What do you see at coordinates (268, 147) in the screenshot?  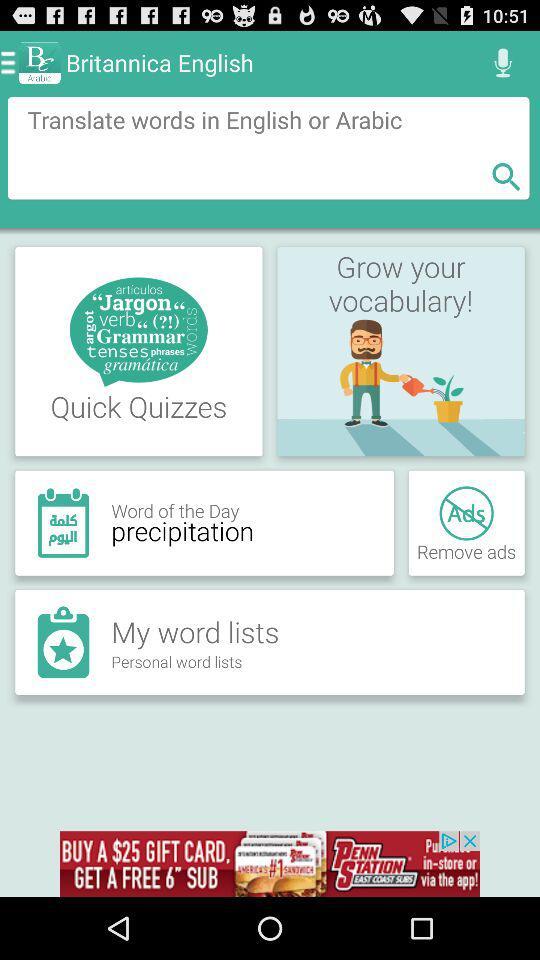 I see `translate text` at bounding box center [268, 147].